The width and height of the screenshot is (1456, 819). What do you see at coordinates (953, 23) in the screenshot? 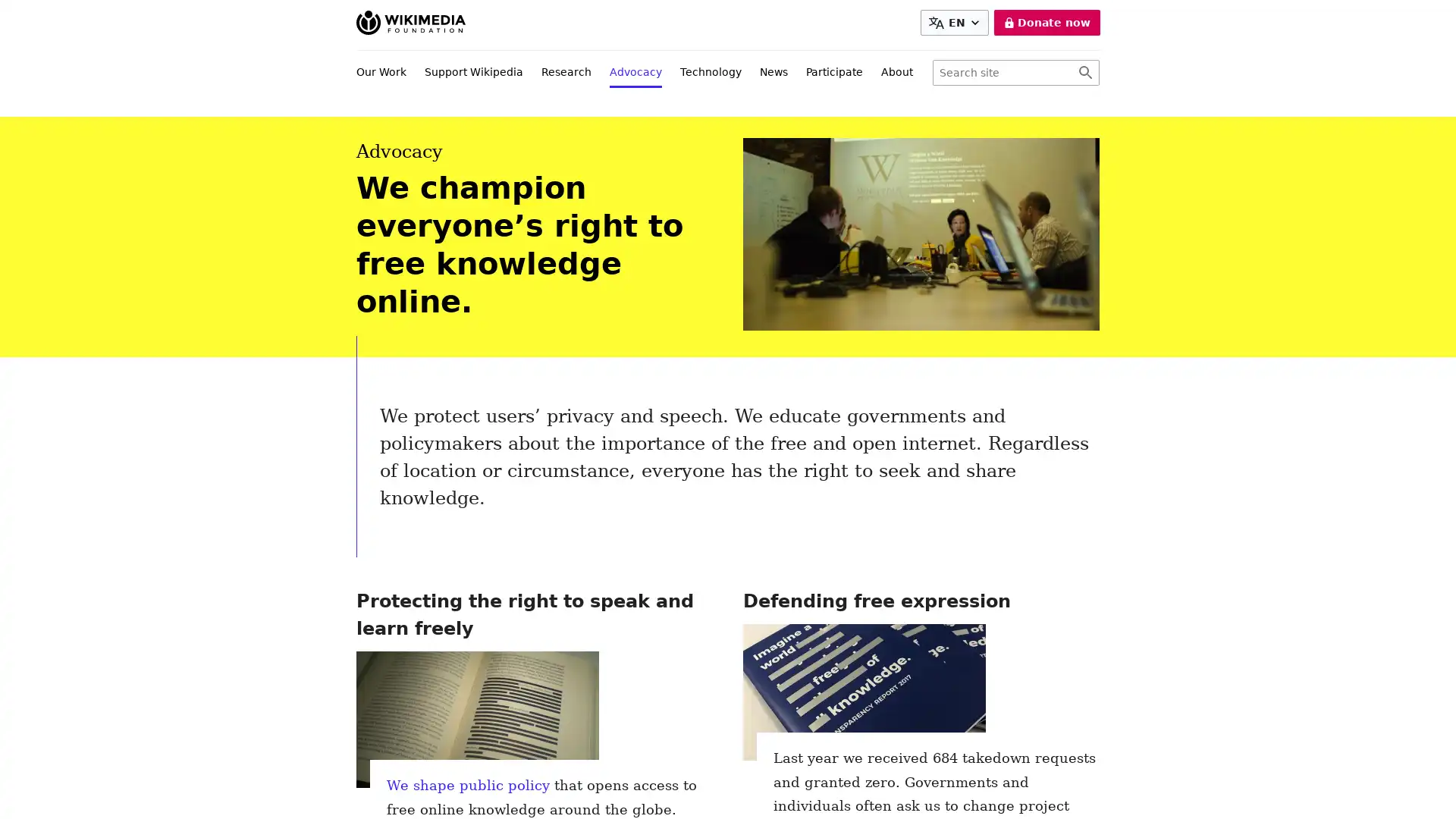
I see `CURRENT LANGUAGE: EN` at bounding box center [953, 23].